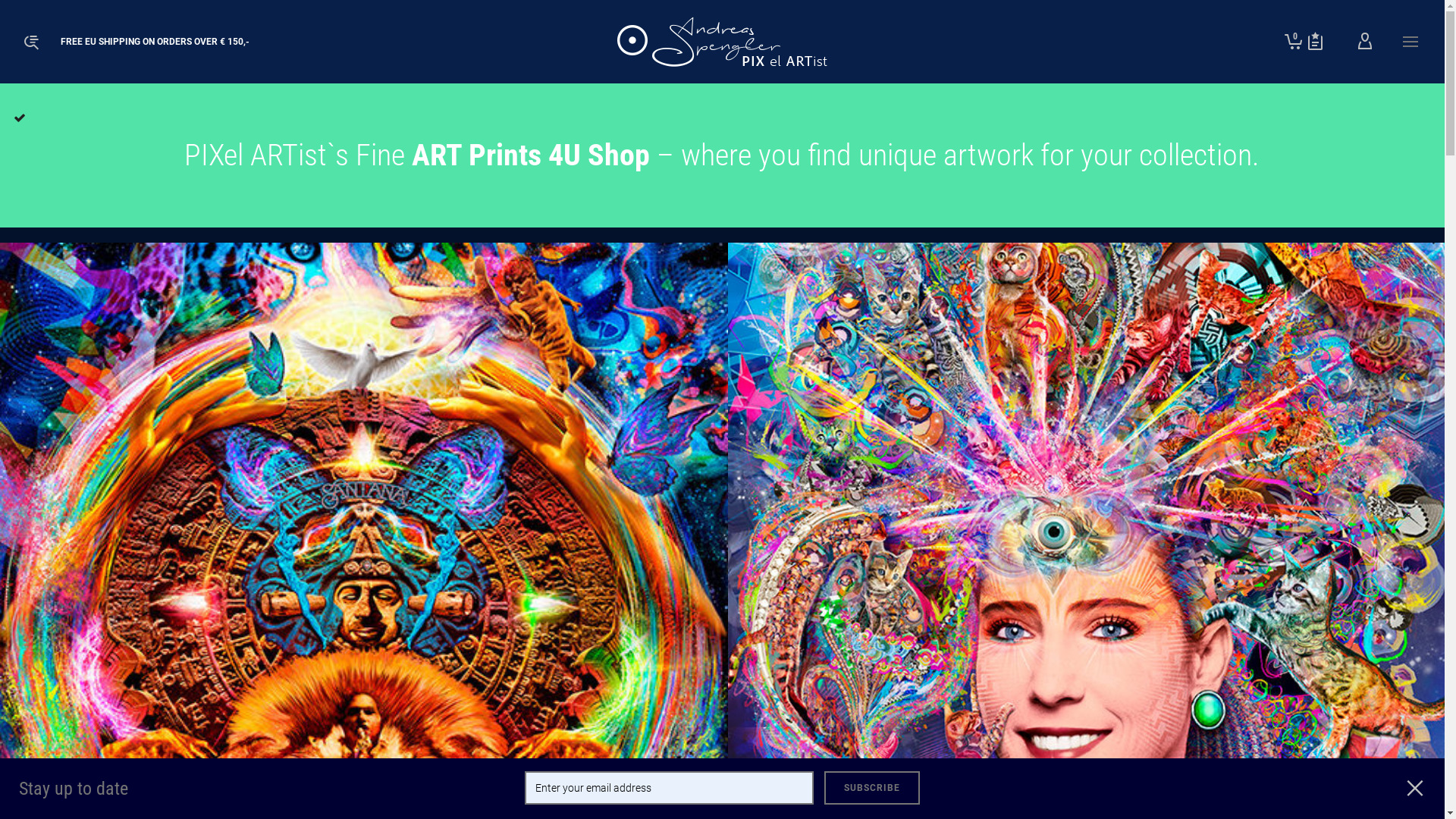  What do you see at coordinates (1314, 40) in the screenshot?
I see `'Wunschliste anzeigen'` at bounding box center [1314, 40].